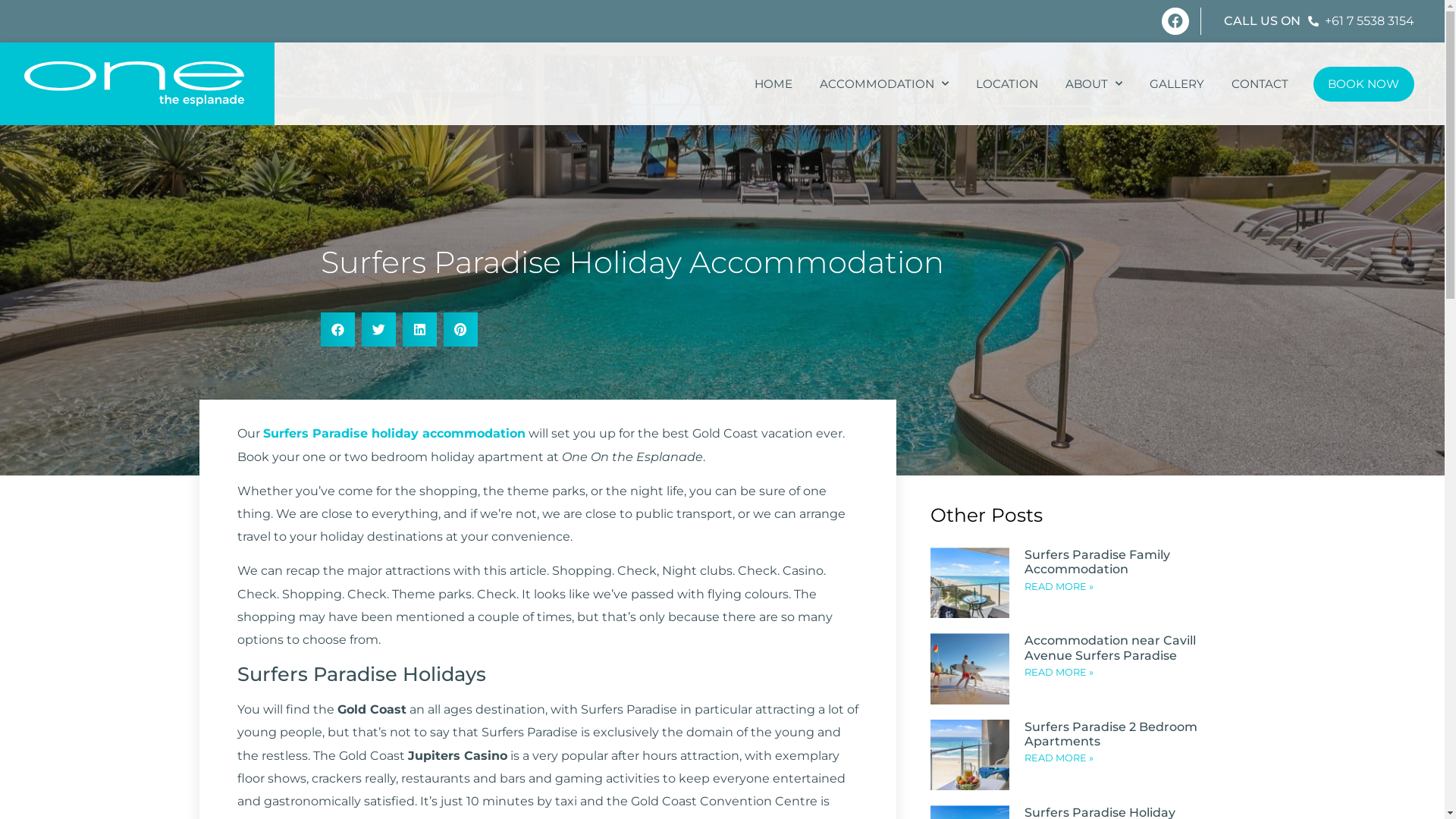  I want to click on 'ACCOMMODATION', so click(804, 84).